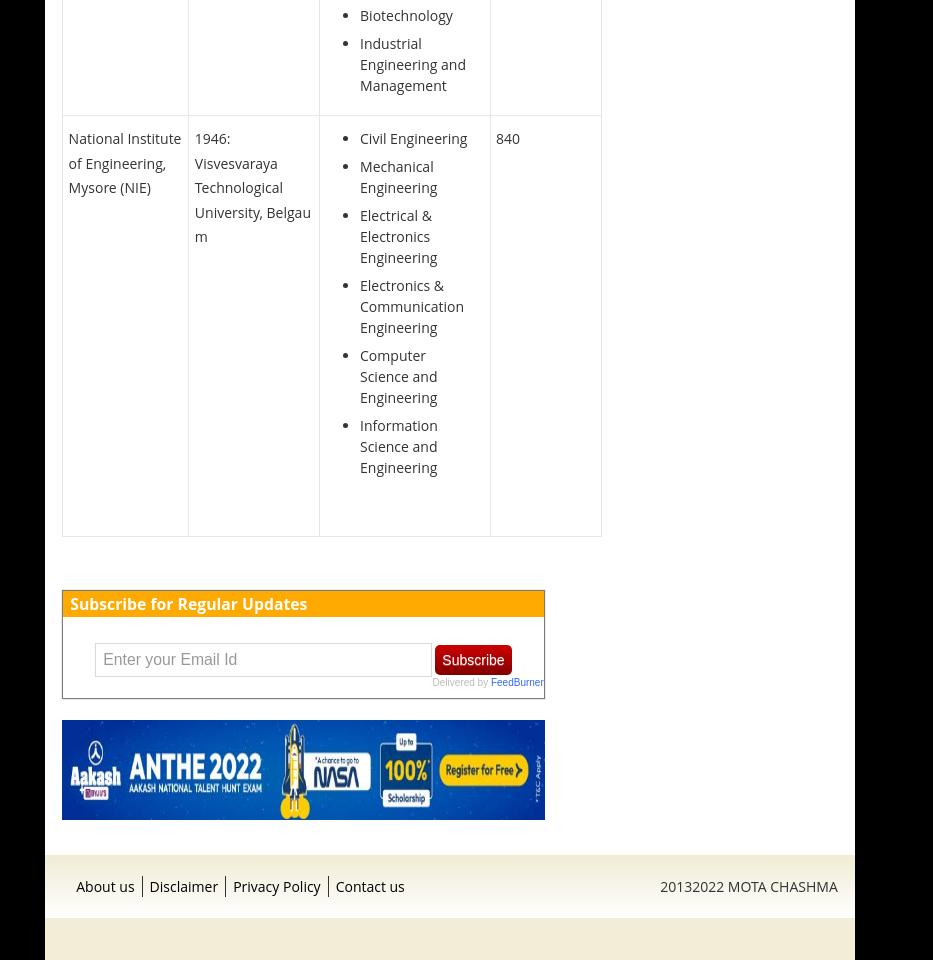 This screenshot has height=960, width=933. I want to click on 'Delivered by', so click(459, 682).